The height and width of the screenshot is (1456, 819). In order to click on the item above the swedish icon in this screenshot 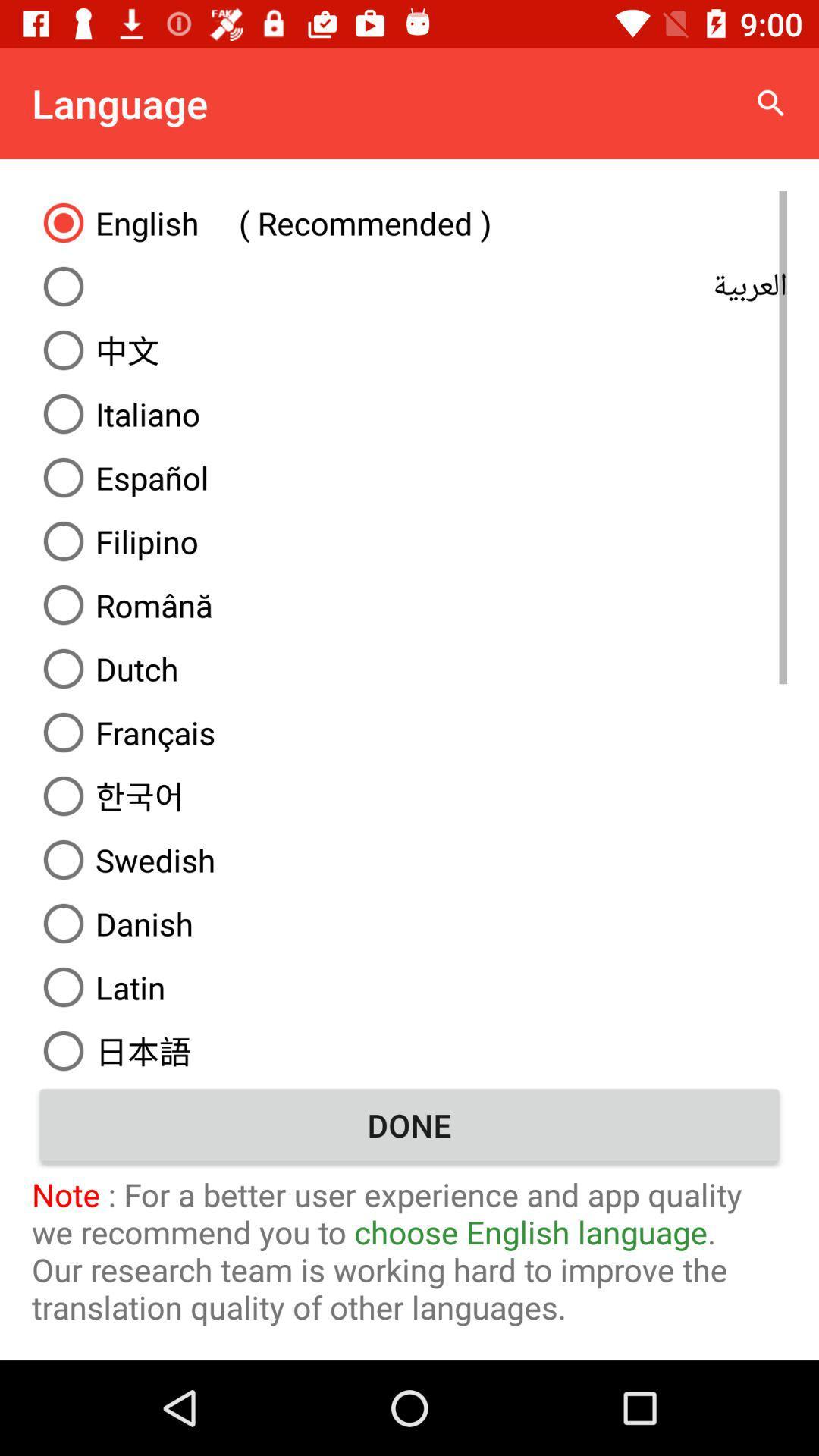, I will do `click(409, 795)`.